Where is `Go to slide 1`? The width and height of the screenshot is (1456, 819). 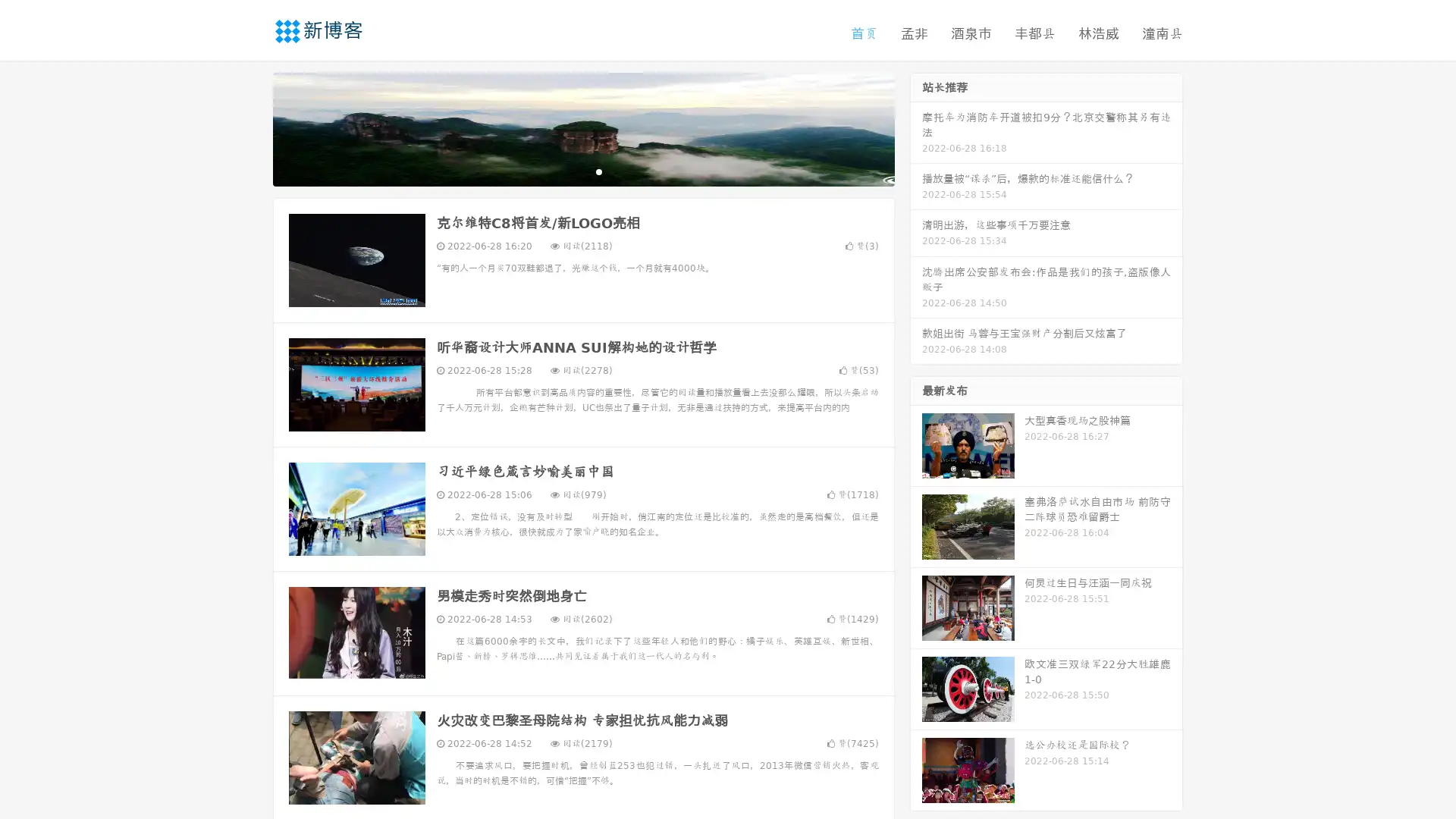
Go to slide 1 is located at coordinates (567, 171).